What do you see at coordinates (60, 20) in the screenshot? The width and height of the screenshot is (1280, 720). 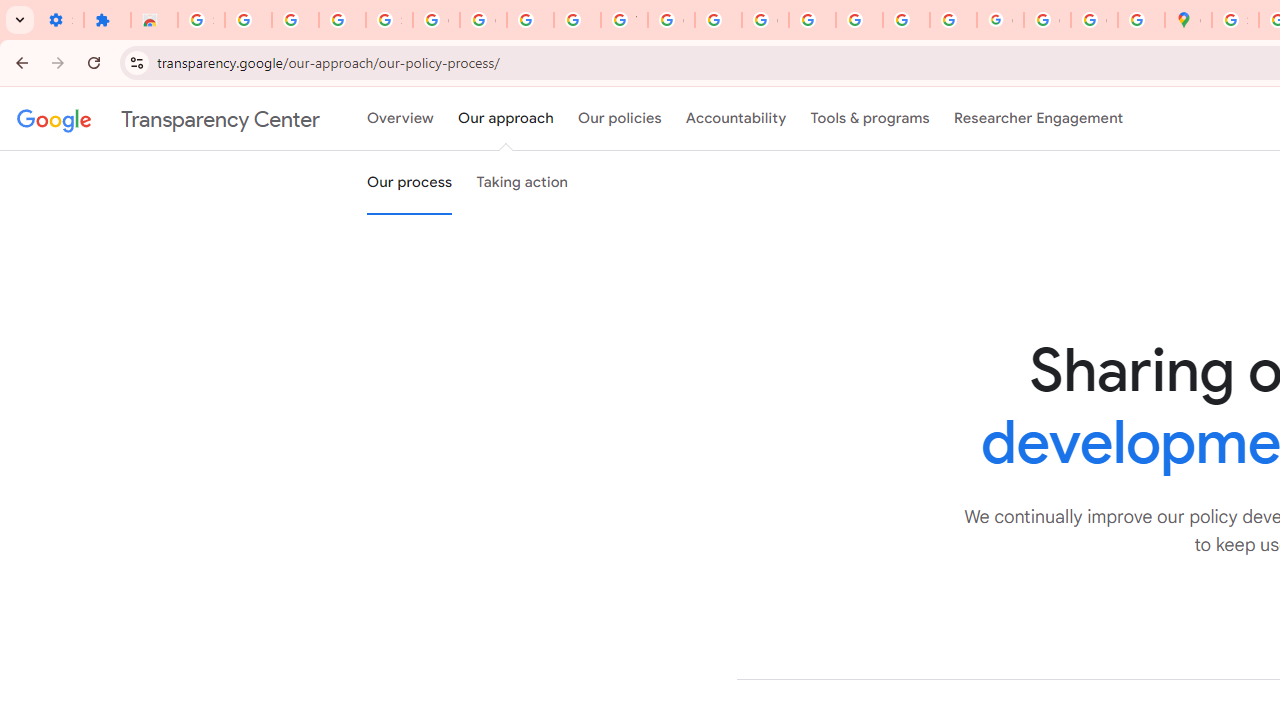 I see `'Settings - On startup'` at bounding box center [60, 20].